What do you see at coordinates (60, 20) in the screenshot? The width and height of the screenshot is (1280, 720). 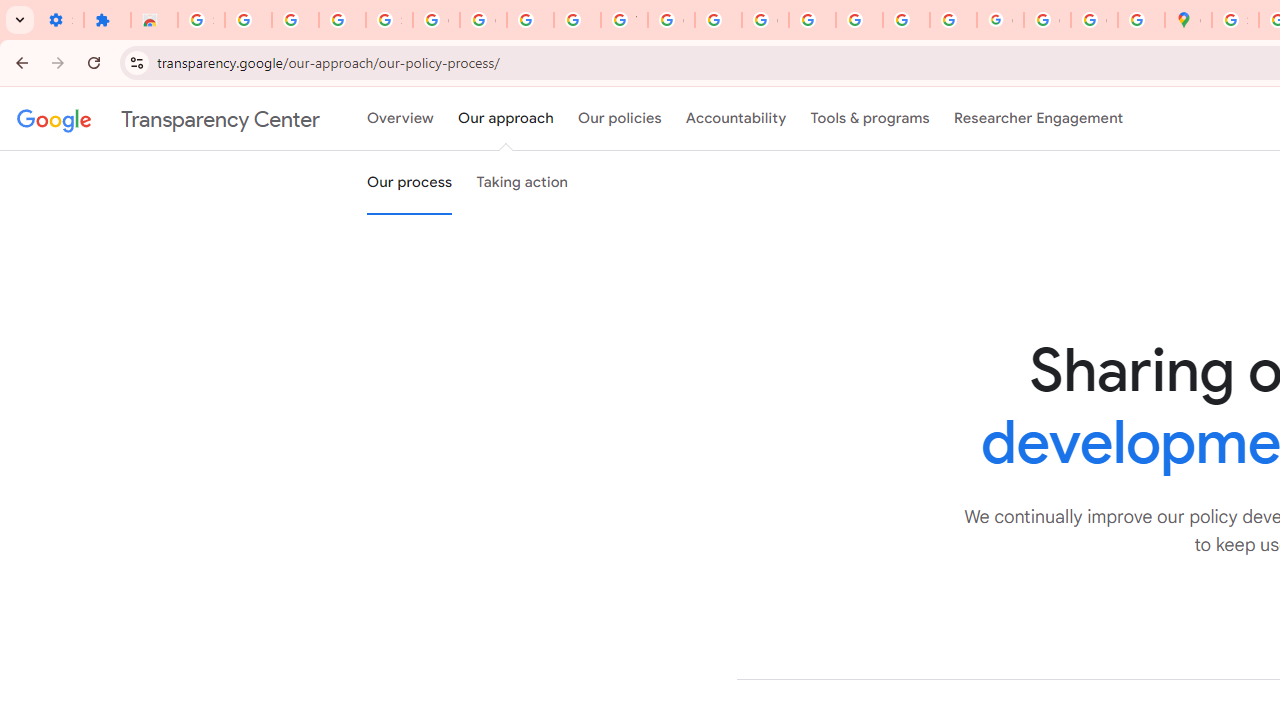 I see `'Settings - On startup'` at bounding box center [60, 20].